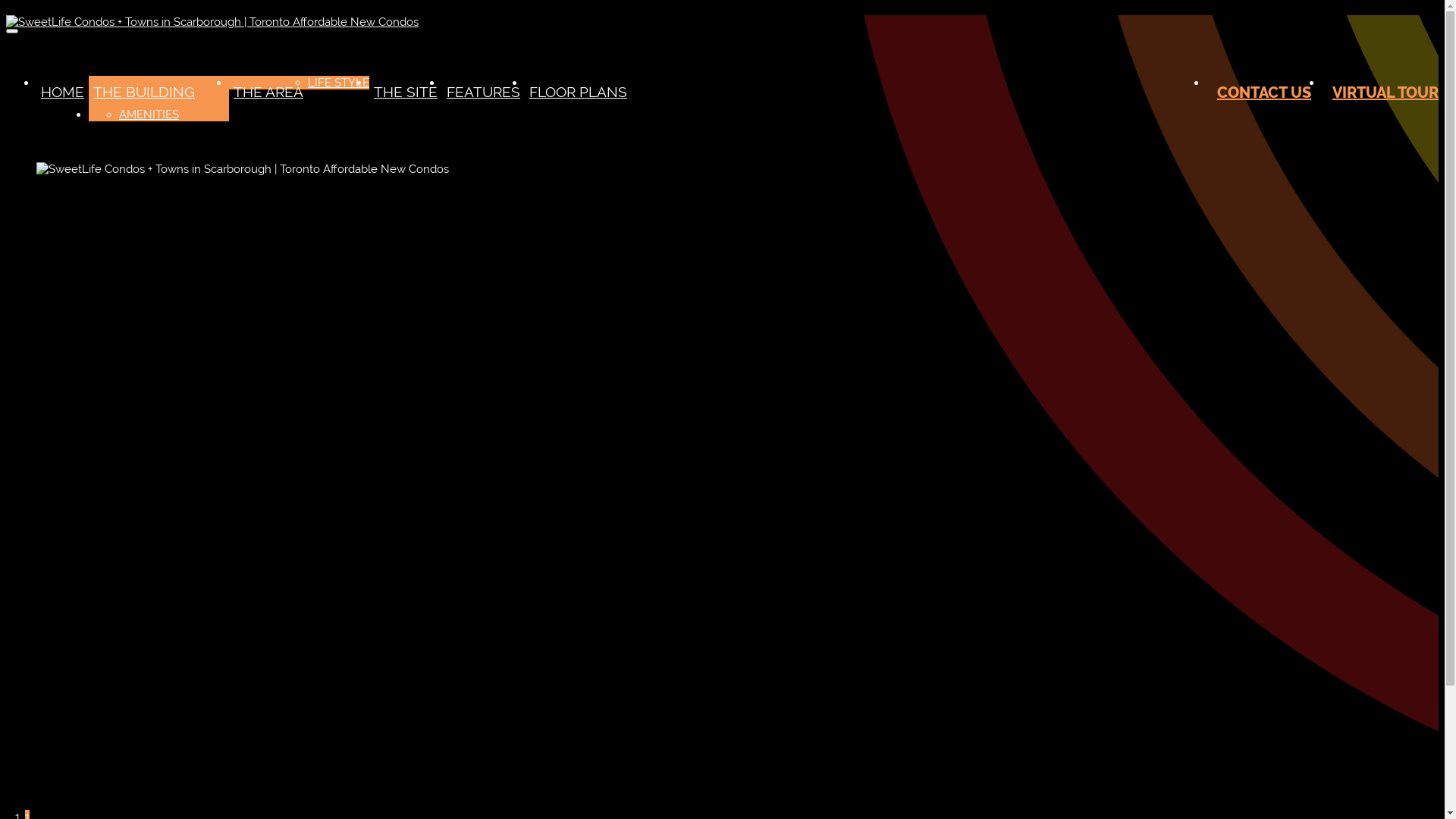 This screenshot has width=1456, height=819. What do you see at coordinates (482, 91) in the screenshot?
I see `'FEATURES'` at bounding box center [482, 91].